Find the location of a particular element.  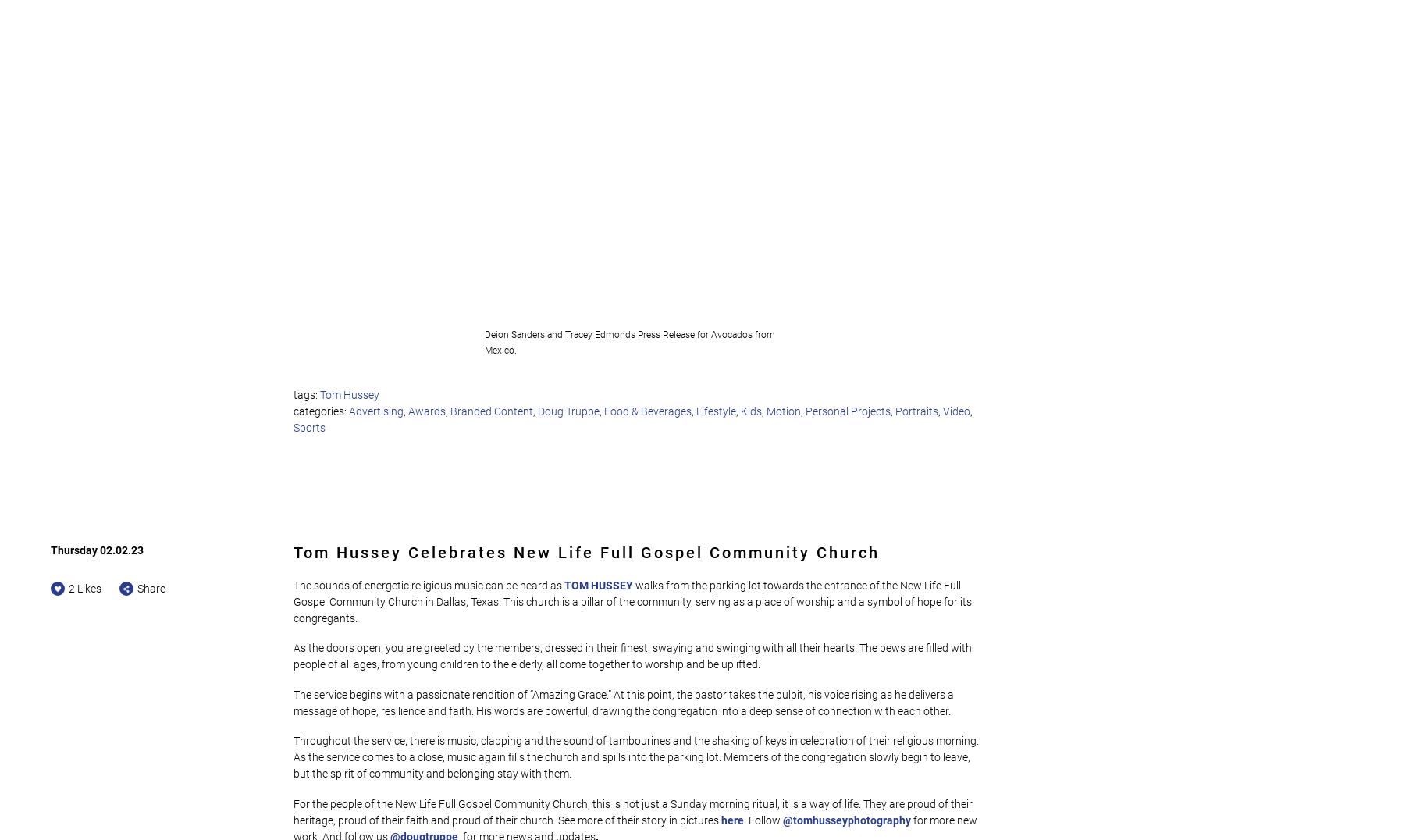

'Awards' is located at coordinates (426, 410).